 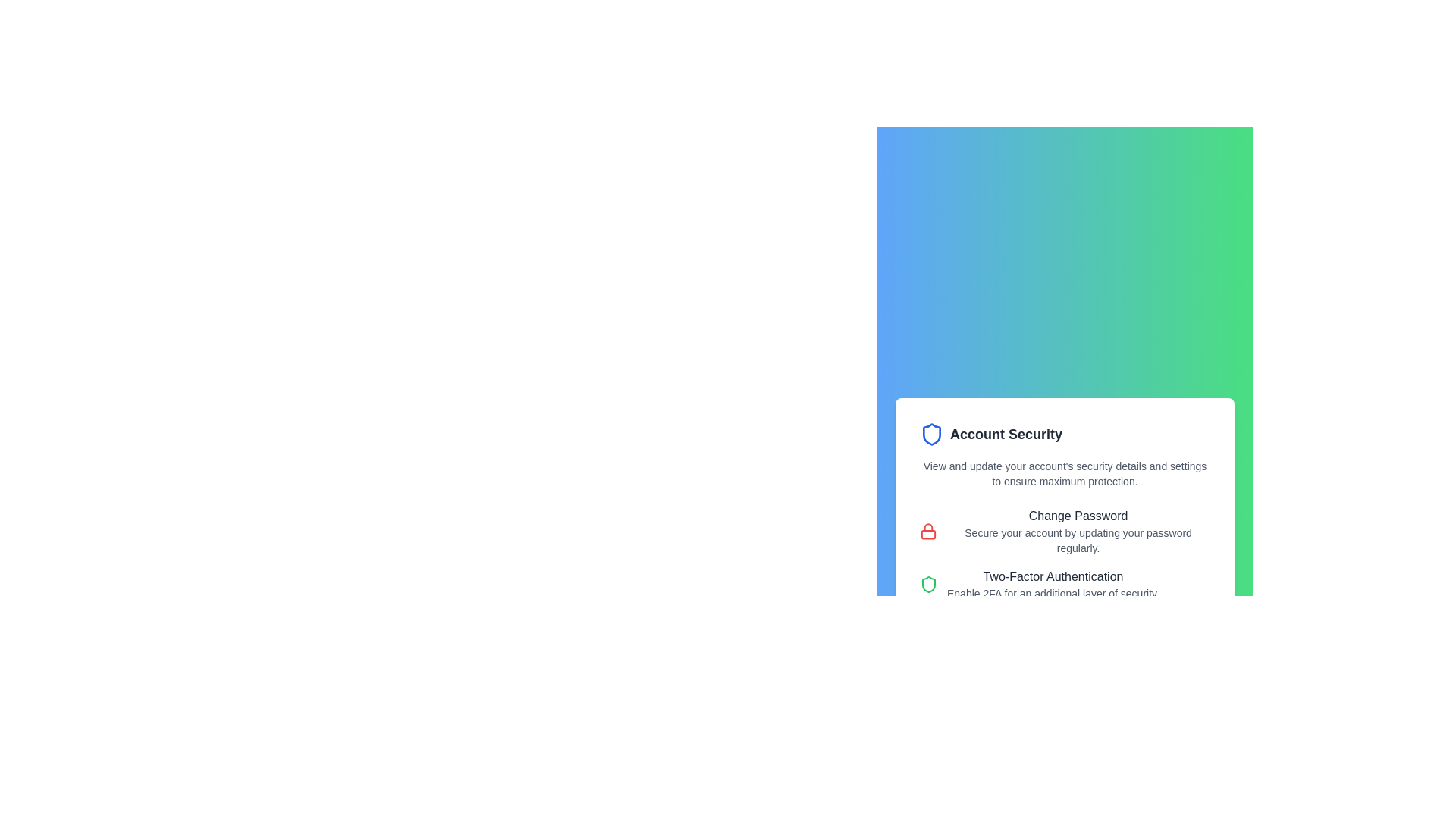 What do you see at coordinates (927, 584) in the screenshot?
I see `the green shield icon with rounded corners and a hollow design located in the 'Two-Factor Authentication' section` at bounding box center [927, 584].